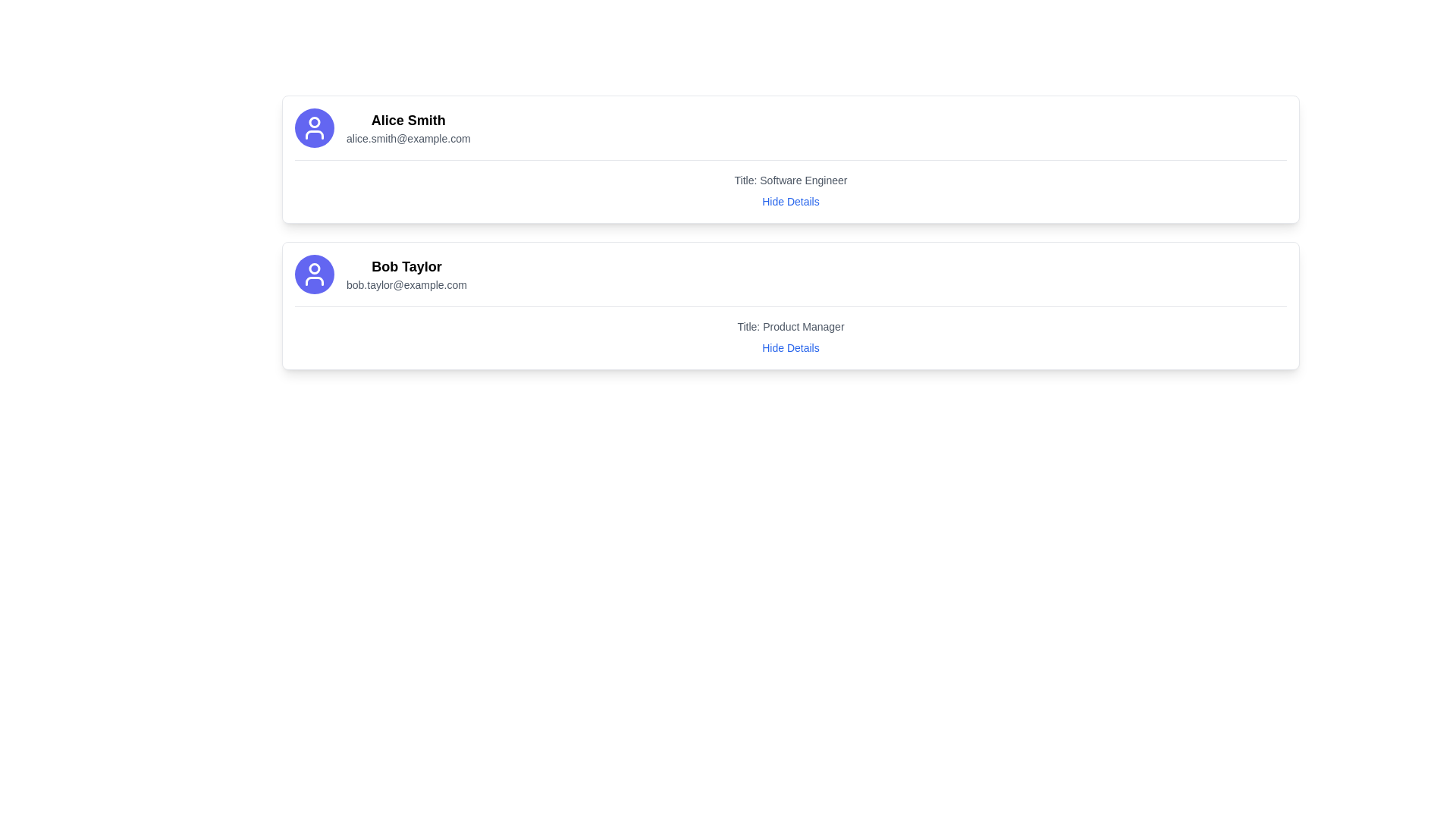 The width and height of the screenshot is (1456, 819). What do you see at coordinates (313, 127) in the screenshot?
I see `the user profile icon representing 'Alice Smith'` at bounding box center [313, 127].